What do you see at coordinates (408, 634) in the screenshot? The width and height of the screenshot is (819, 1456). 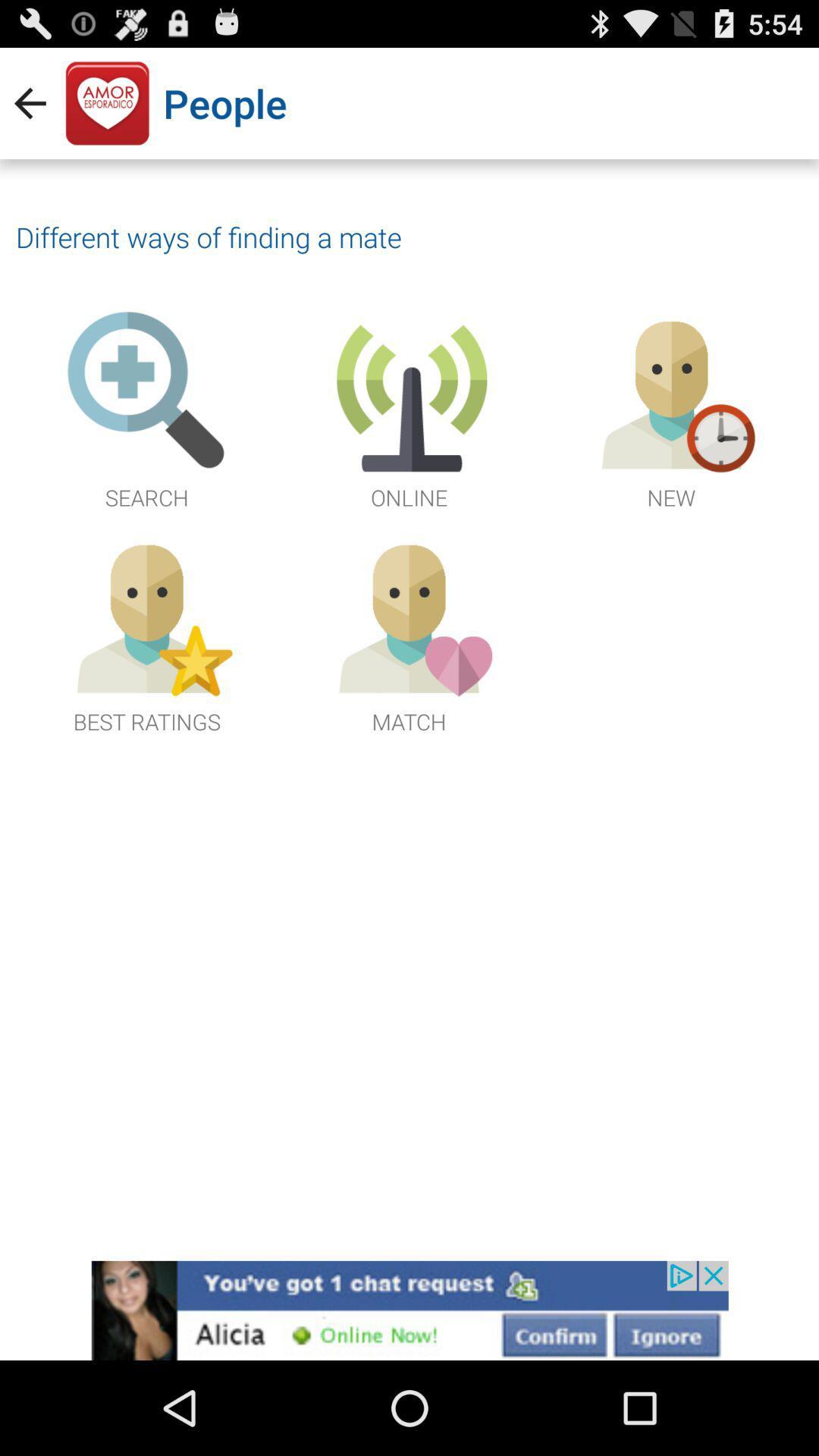 I see `match with others` at bounding box center [408, 634].